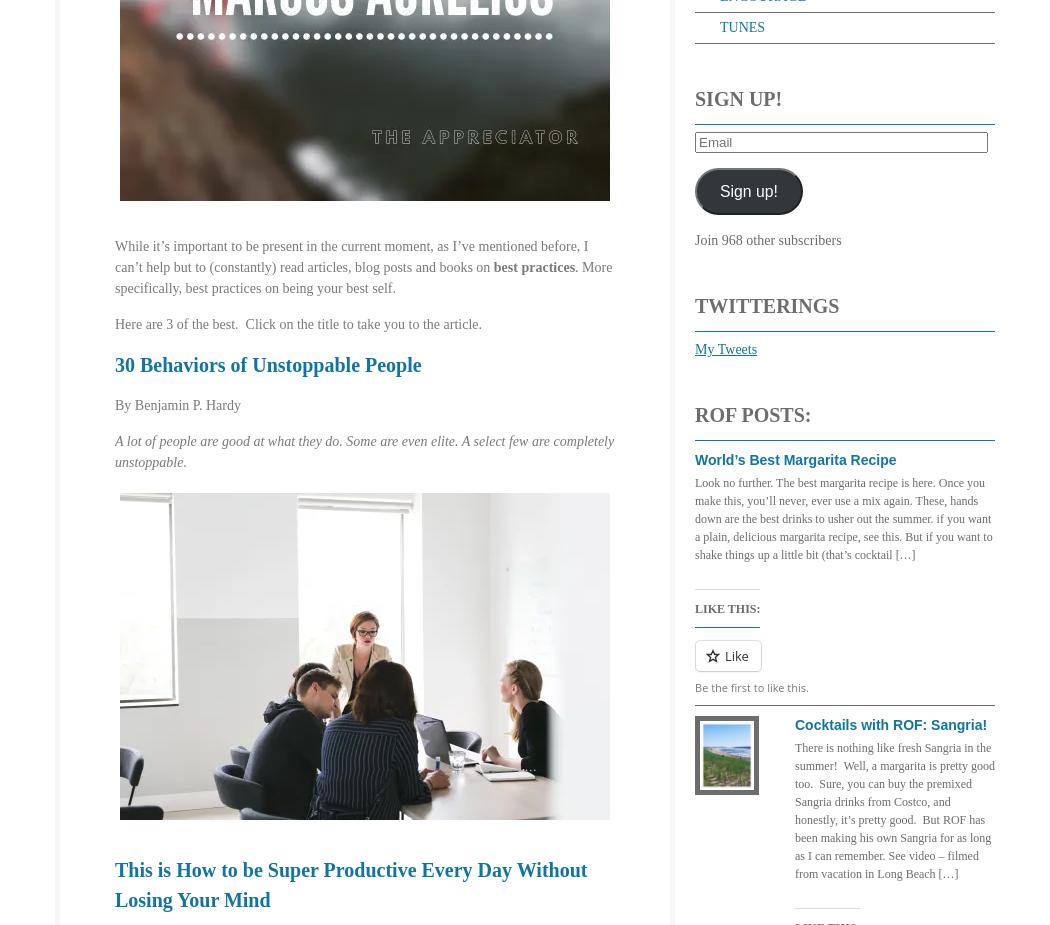 The image size is (1050, 925). Describe the element at coordinates (767, 304) in the screenshot. I see `'Twitterings'` at that location.